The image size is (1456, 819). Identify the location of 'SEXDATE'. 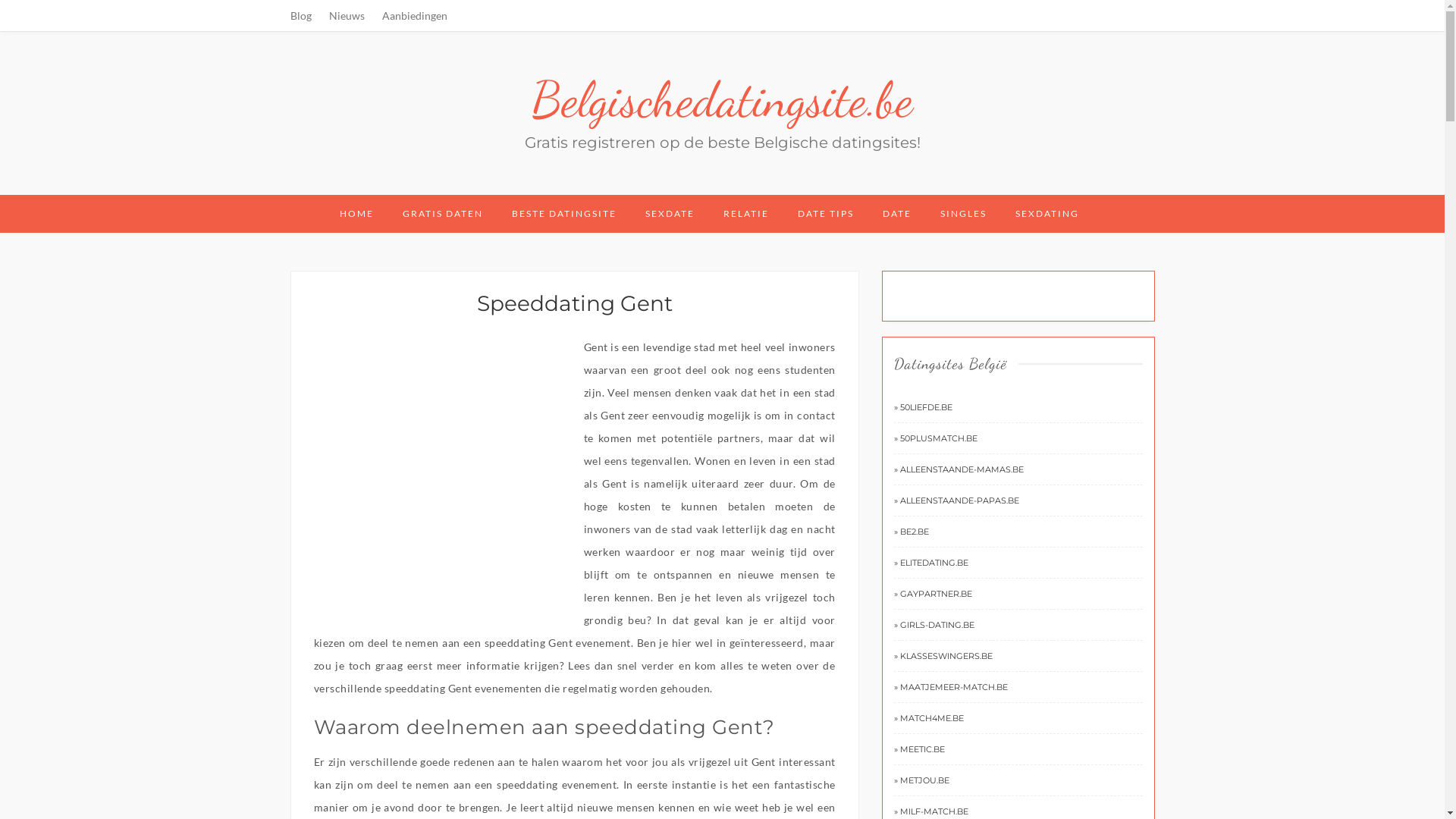
(668, 213).